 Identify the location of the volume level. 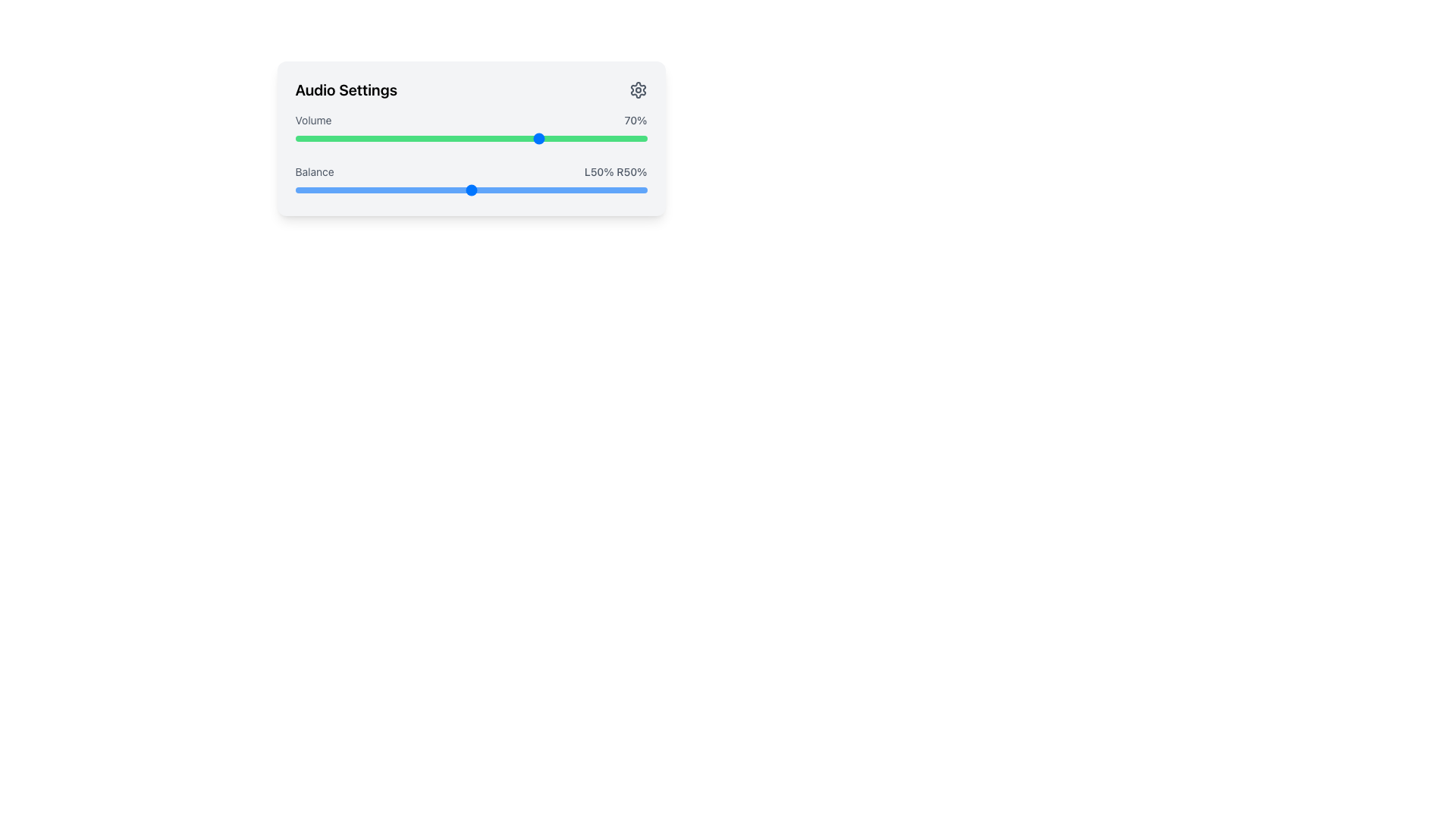
(446, 138).